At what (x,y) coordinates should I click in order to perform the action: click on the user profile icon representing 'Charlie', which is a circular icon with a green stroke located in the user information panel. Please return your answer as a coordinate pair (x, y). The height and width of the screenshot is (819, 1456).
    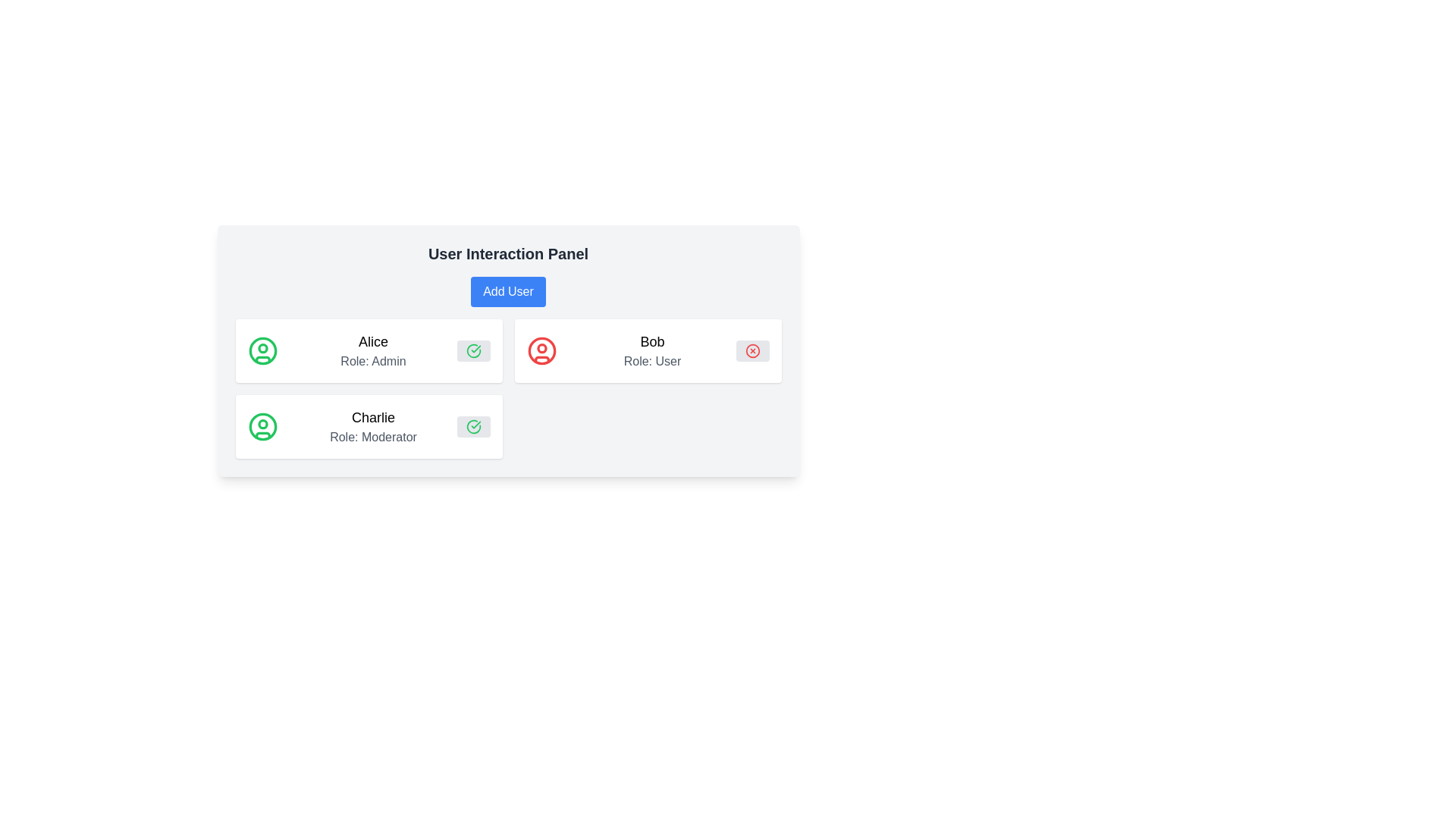
    Looking at the image, I should click on (262, 427).